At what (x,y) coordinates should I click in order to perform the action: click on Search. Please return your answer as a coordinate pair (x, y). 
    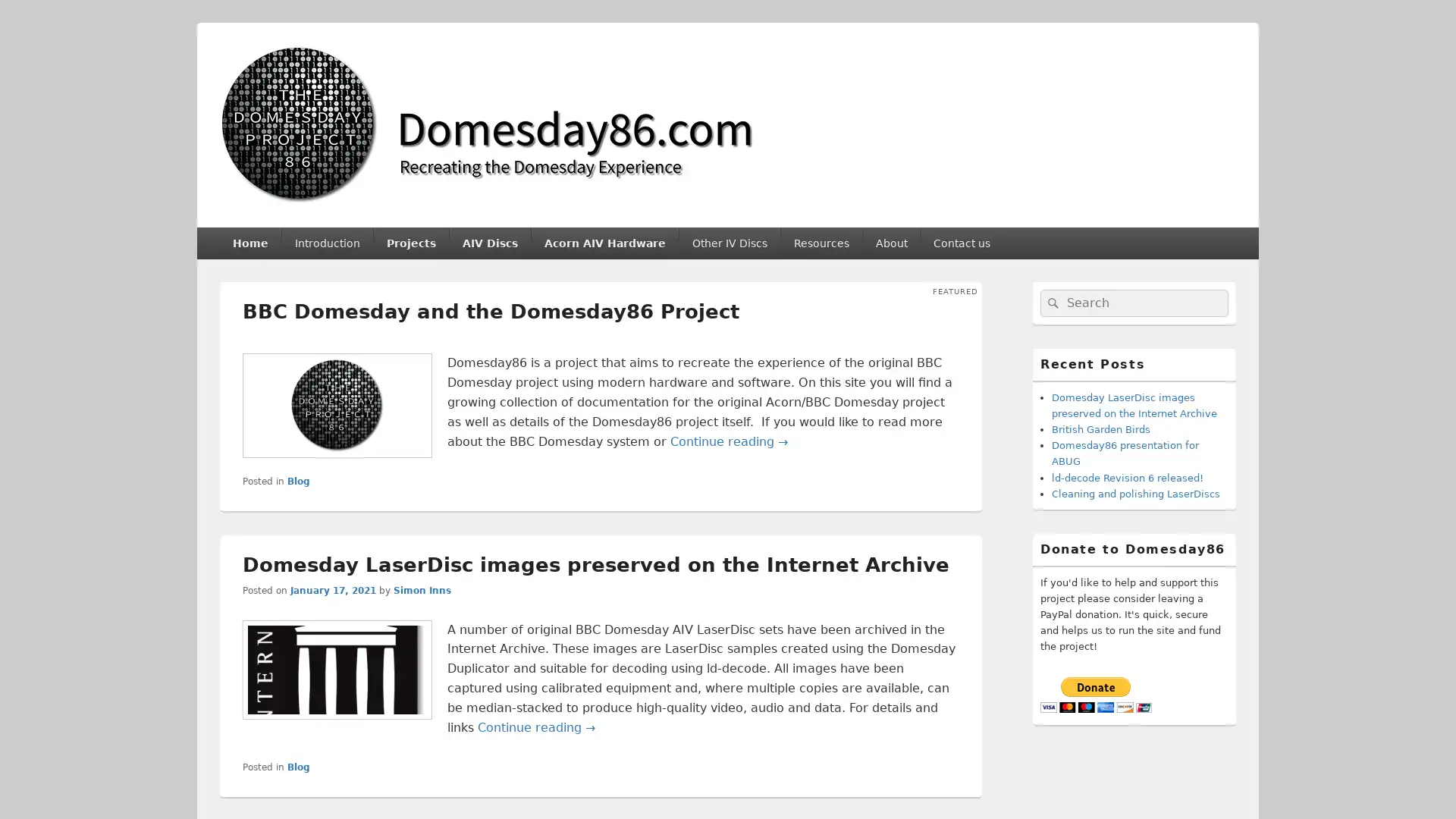
    Looking at the image, I should click on (1051, 303).